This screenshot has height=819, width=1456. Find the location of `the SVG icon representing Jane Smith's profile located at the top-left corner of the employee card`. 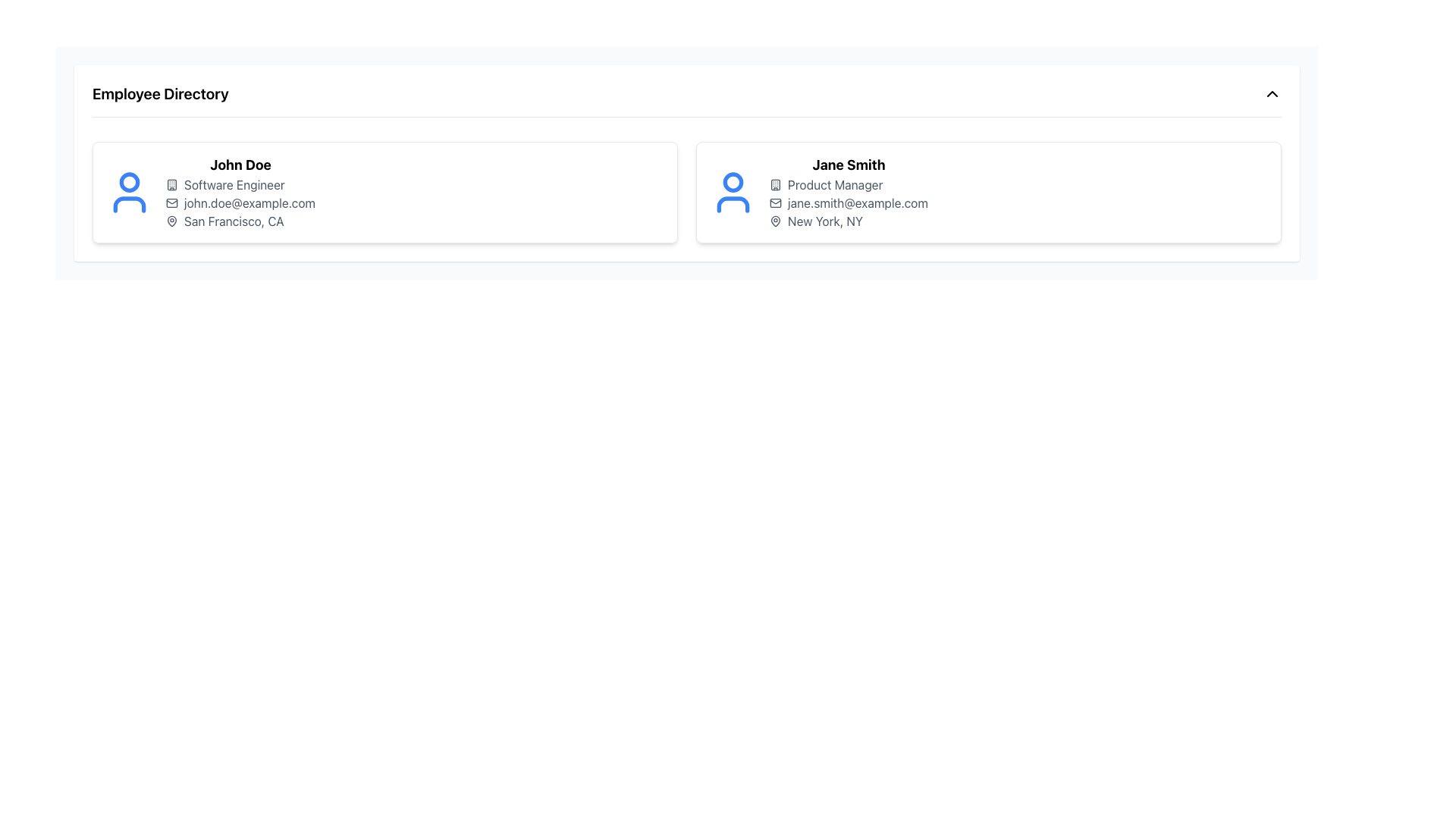

the SVG icon representing Jane Smith's profile located at the top-left corner of the employee card is located at coordinates (733, 192).